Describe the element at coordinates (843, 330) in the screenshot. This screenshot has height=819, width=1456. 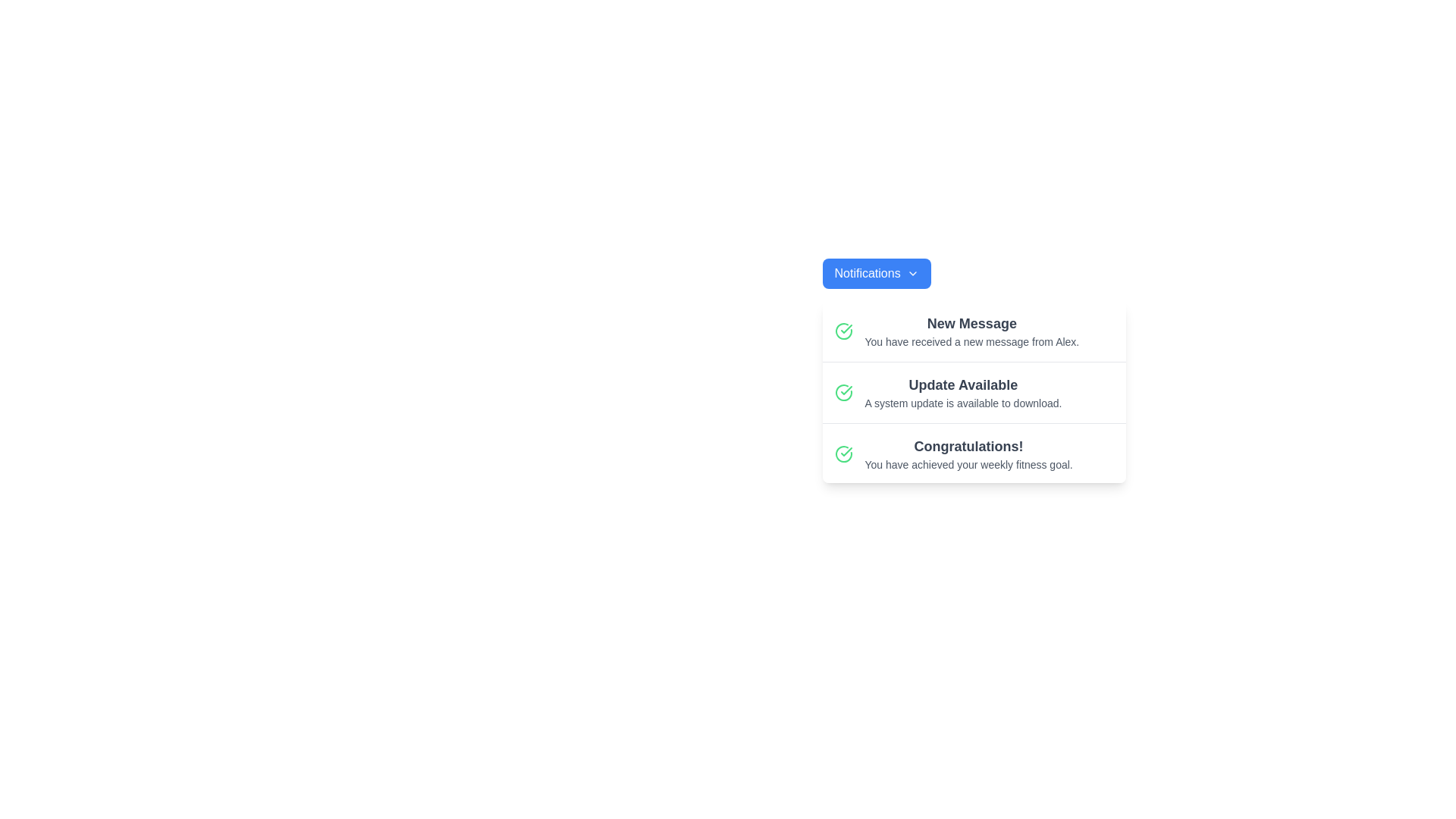
I see `the circular-shaped icon with a green checkmark inside, located in the top-left corner of the 'New Message' notification card under the 'Notifications' dropdown menu` at that location.